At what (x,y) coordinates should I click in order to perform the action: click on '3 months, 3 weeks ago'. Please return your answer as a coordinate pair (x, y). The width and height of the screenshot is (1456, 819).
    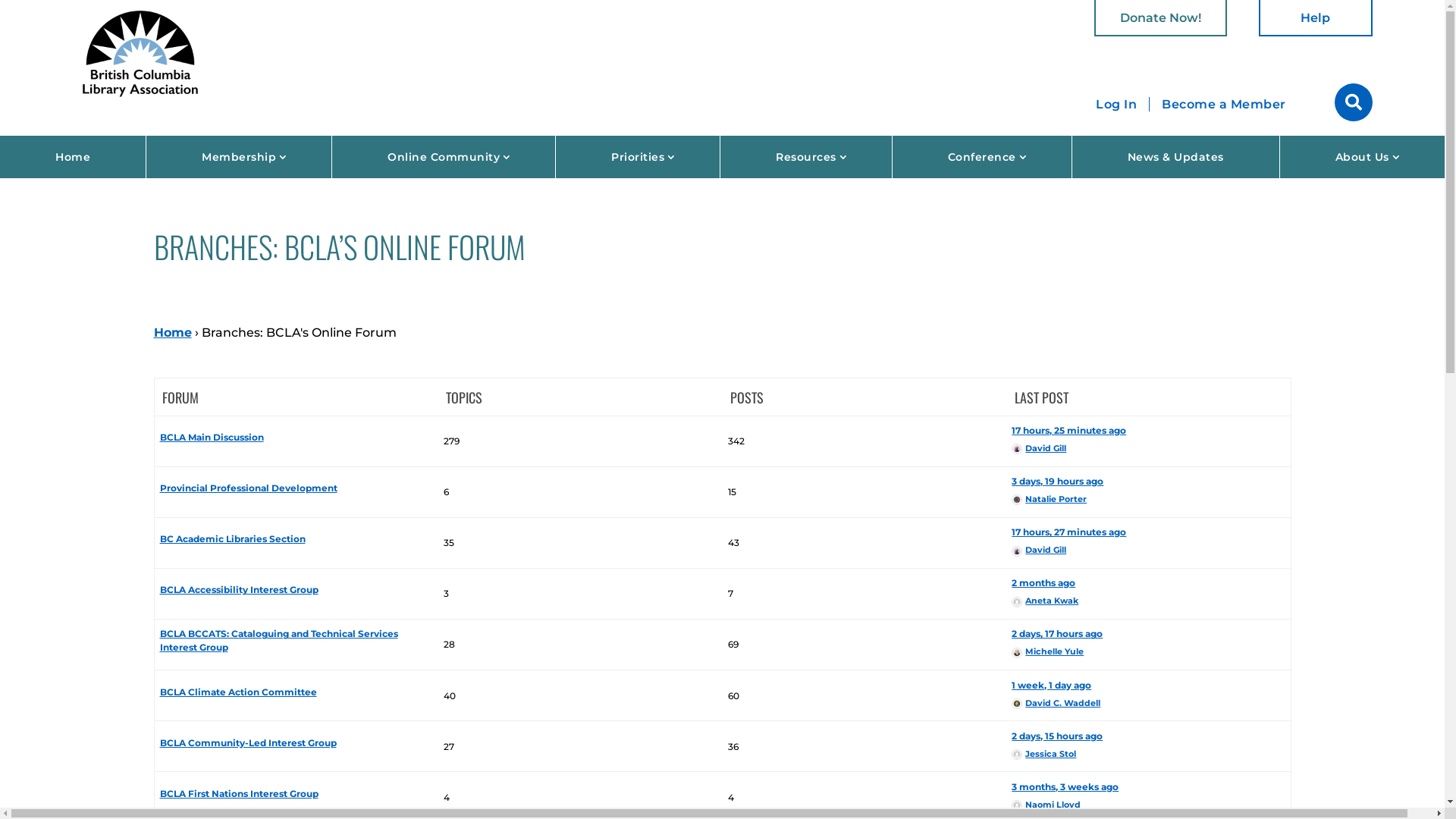
    Looking at the image, I should click on (1064, 786).